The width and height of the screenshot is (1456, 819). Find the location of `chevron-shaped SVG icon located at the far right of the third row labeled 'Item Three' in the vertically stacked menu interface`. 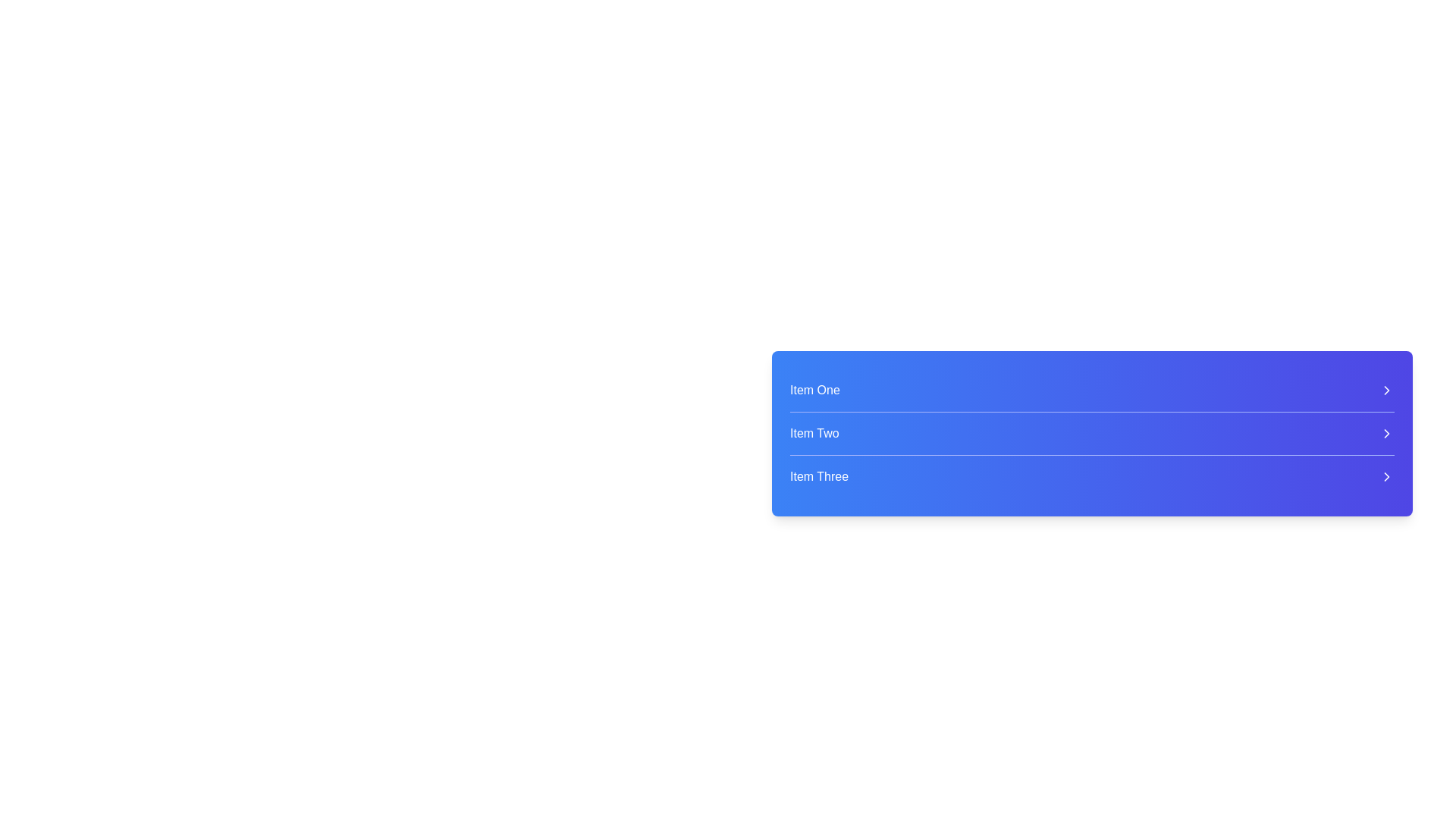

chevron-shaped SVG icon located at the far right of the third row labeled 'Item Three' in the vertically stacked menu interface is located at coordinates (1386, 390).